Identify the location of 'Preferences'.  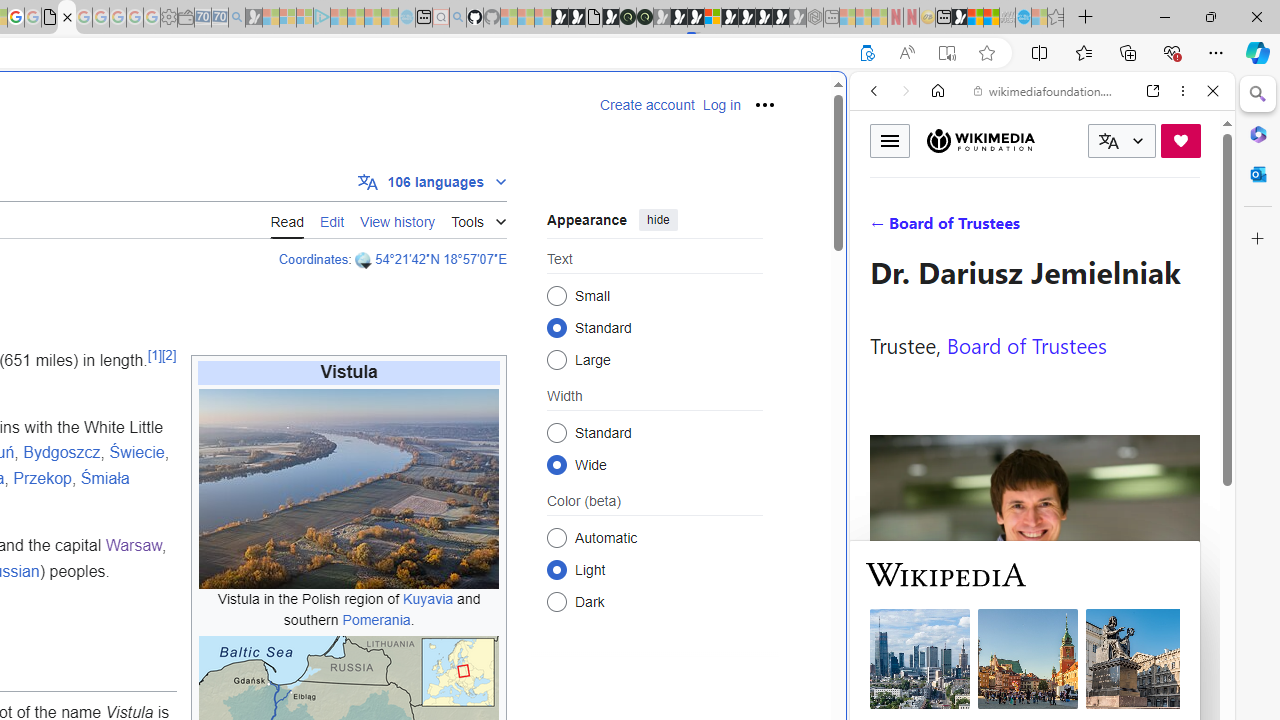
(1189, 227).